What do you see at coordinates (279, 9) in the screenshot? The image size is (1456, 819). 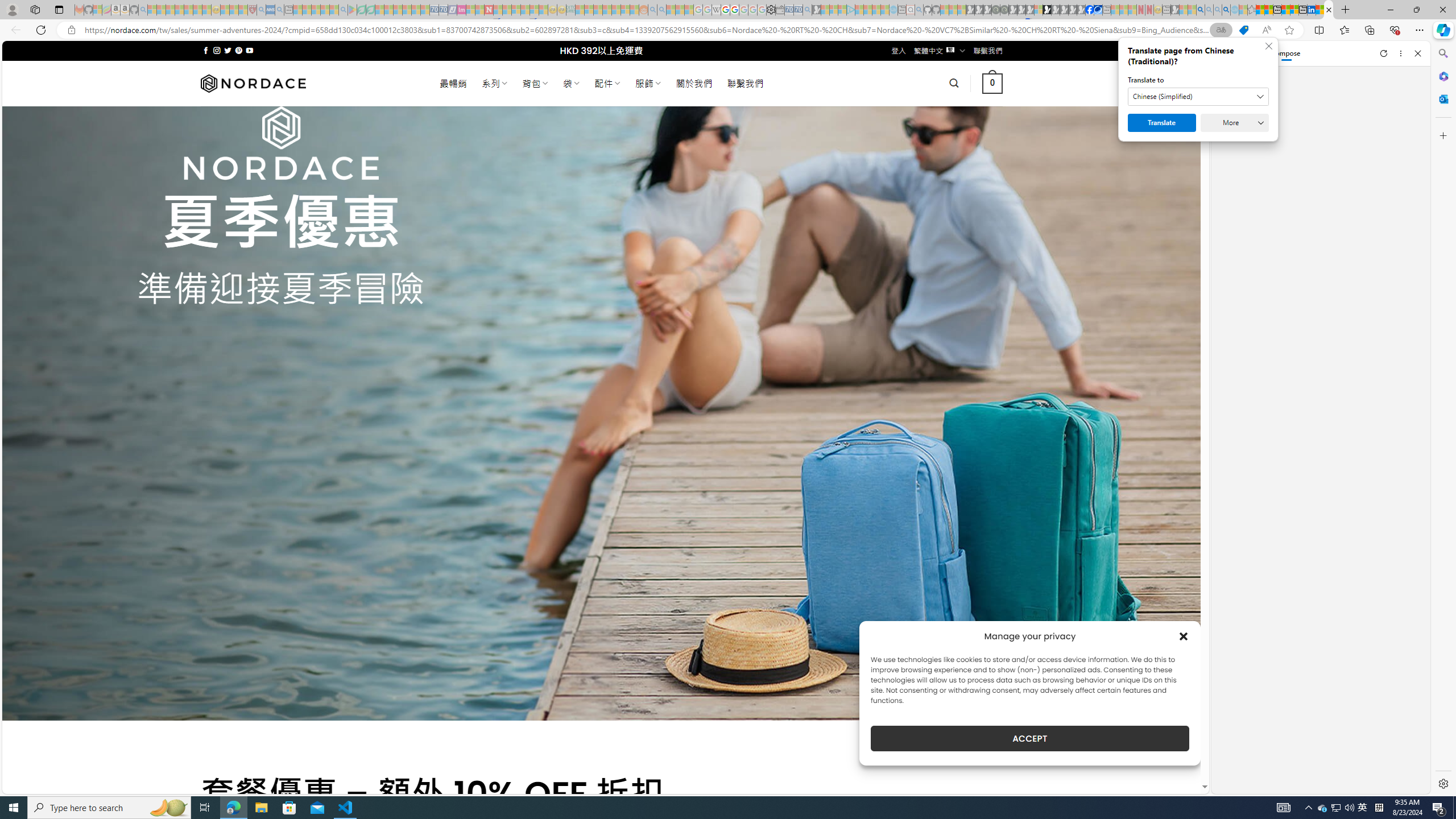 I see `'utah sues federal government - Search - Sleeping'` at bounding box center [279, 9].